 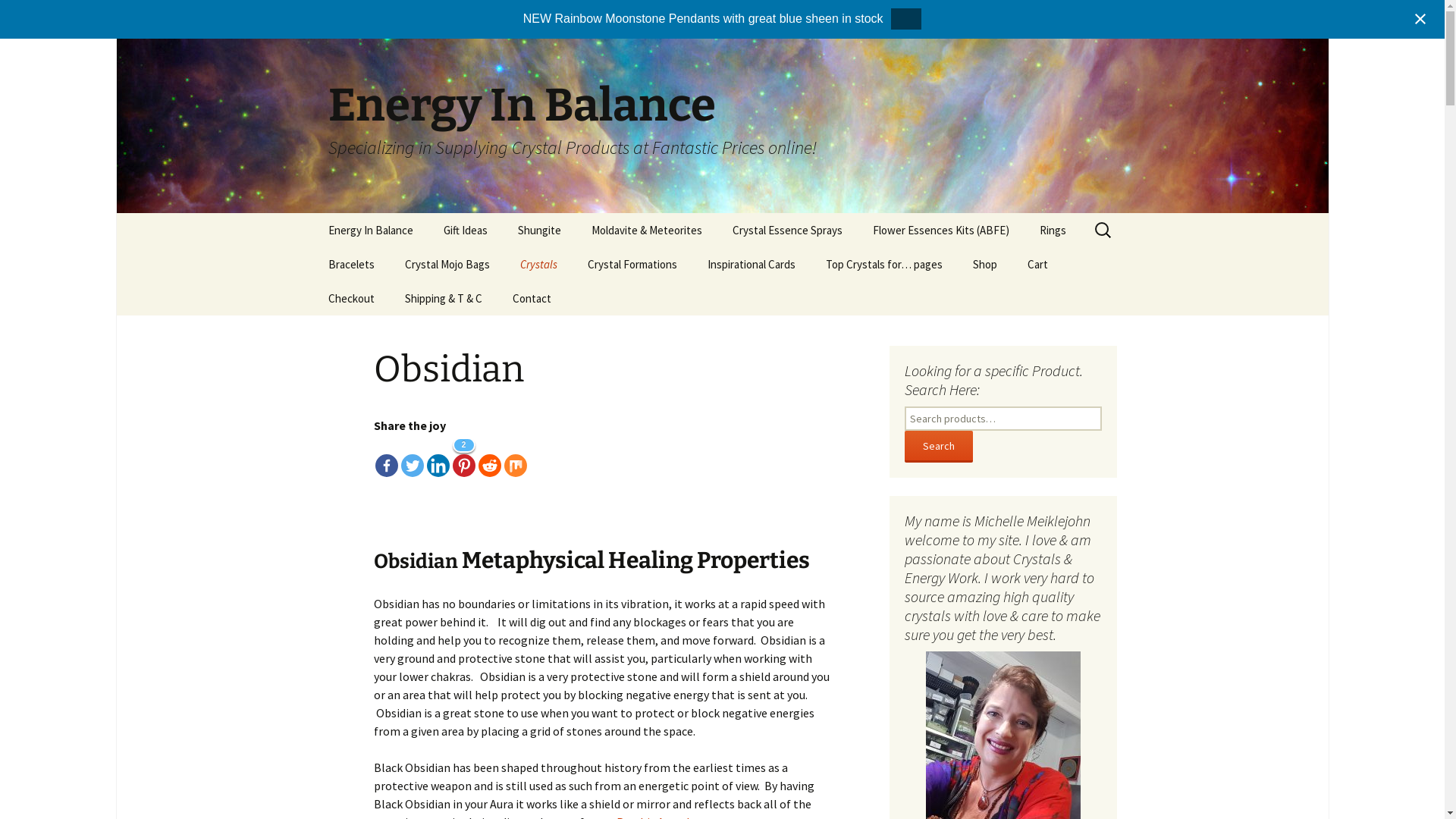 What do you see at coordinates (937, 446) in the screenshot?
I see `'Search'` at bounding box center [937, 446].